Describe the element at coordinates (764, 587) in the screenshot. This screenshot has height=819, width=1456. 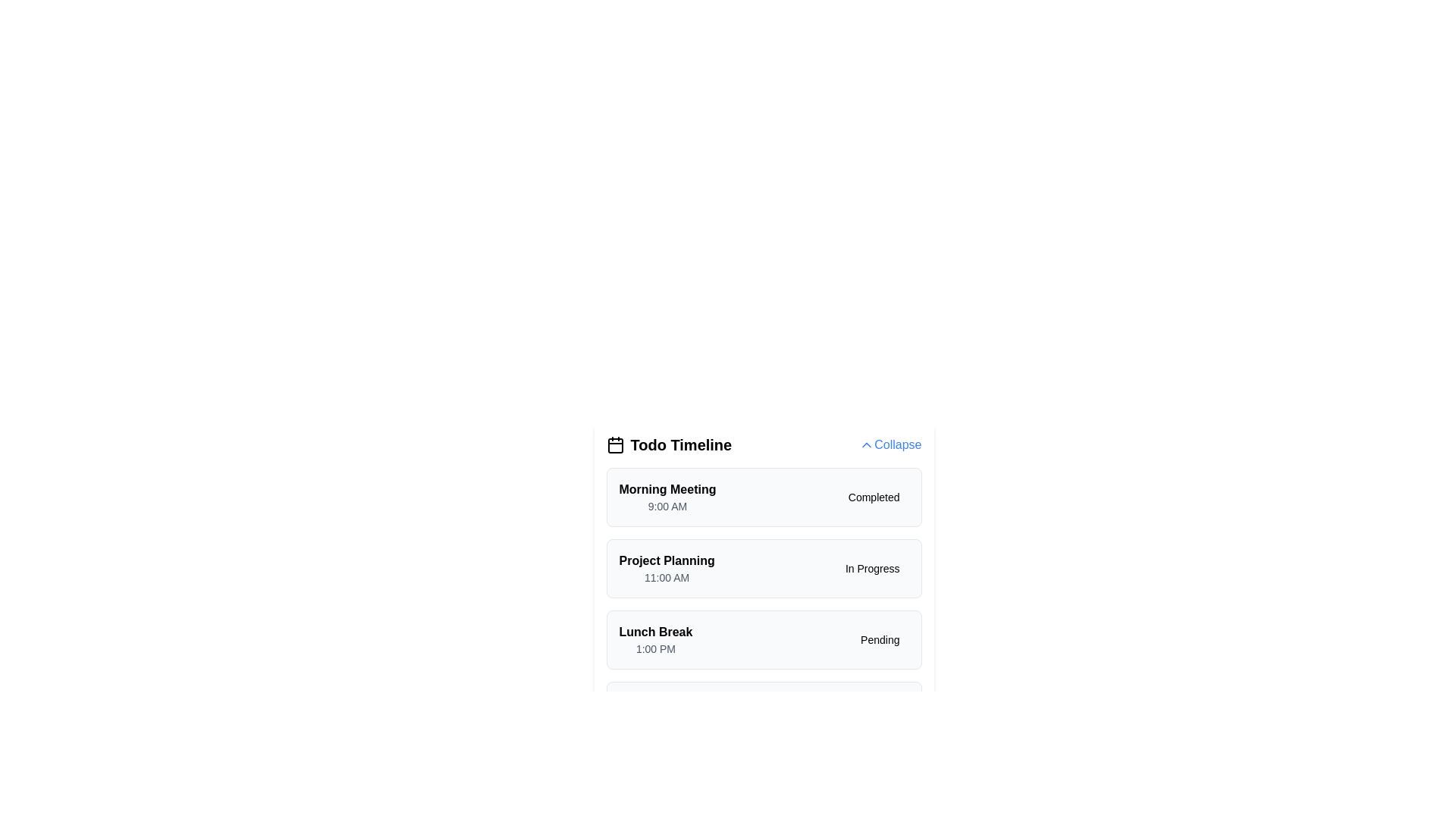
I see `the 'Project Planning' task card, which features a title, time, and a status indicator labeled 'In Progress'` at that location.